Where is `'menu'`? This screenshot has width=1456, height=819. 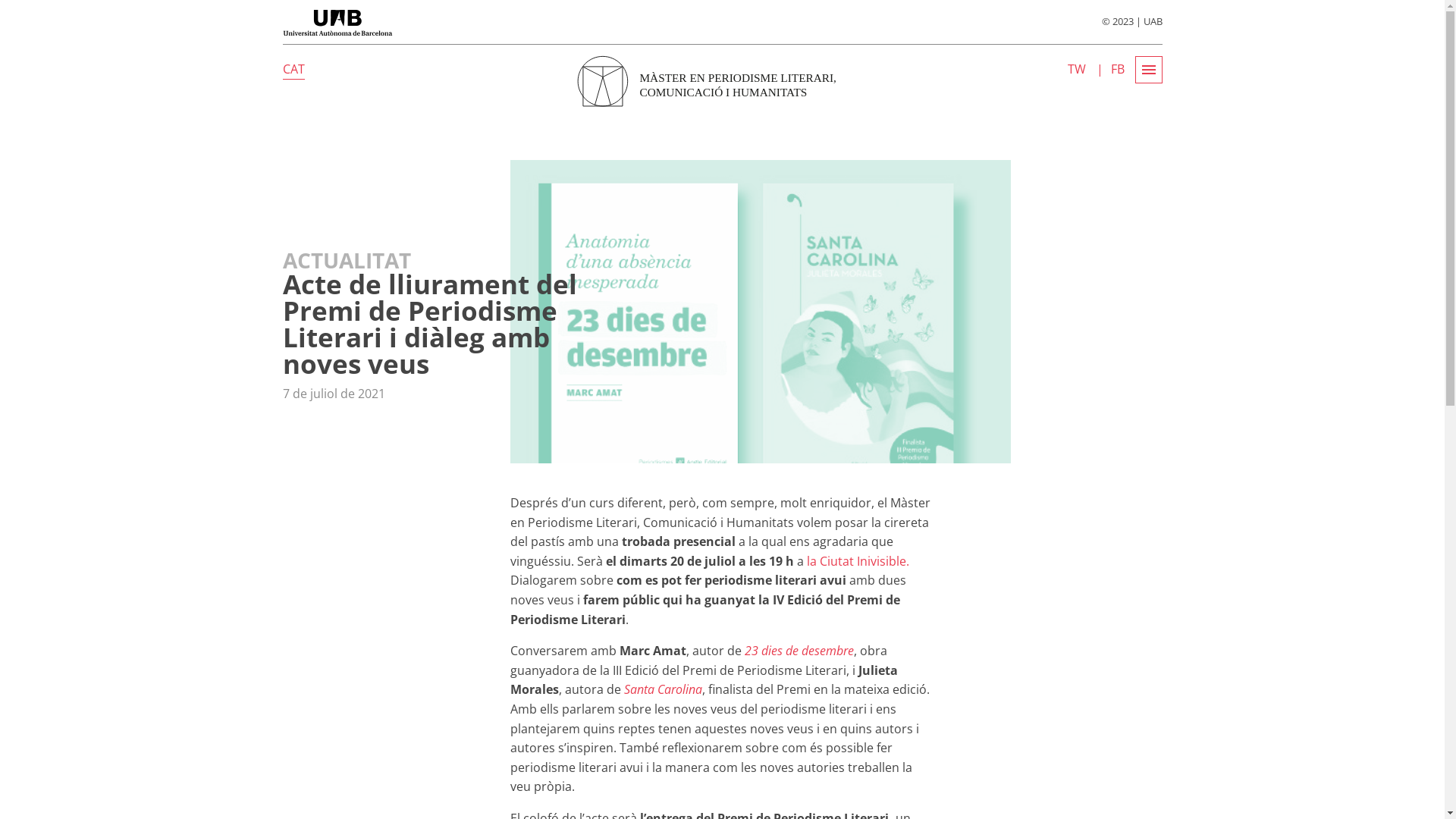
'menu' is located at coordinates (1147, 70).